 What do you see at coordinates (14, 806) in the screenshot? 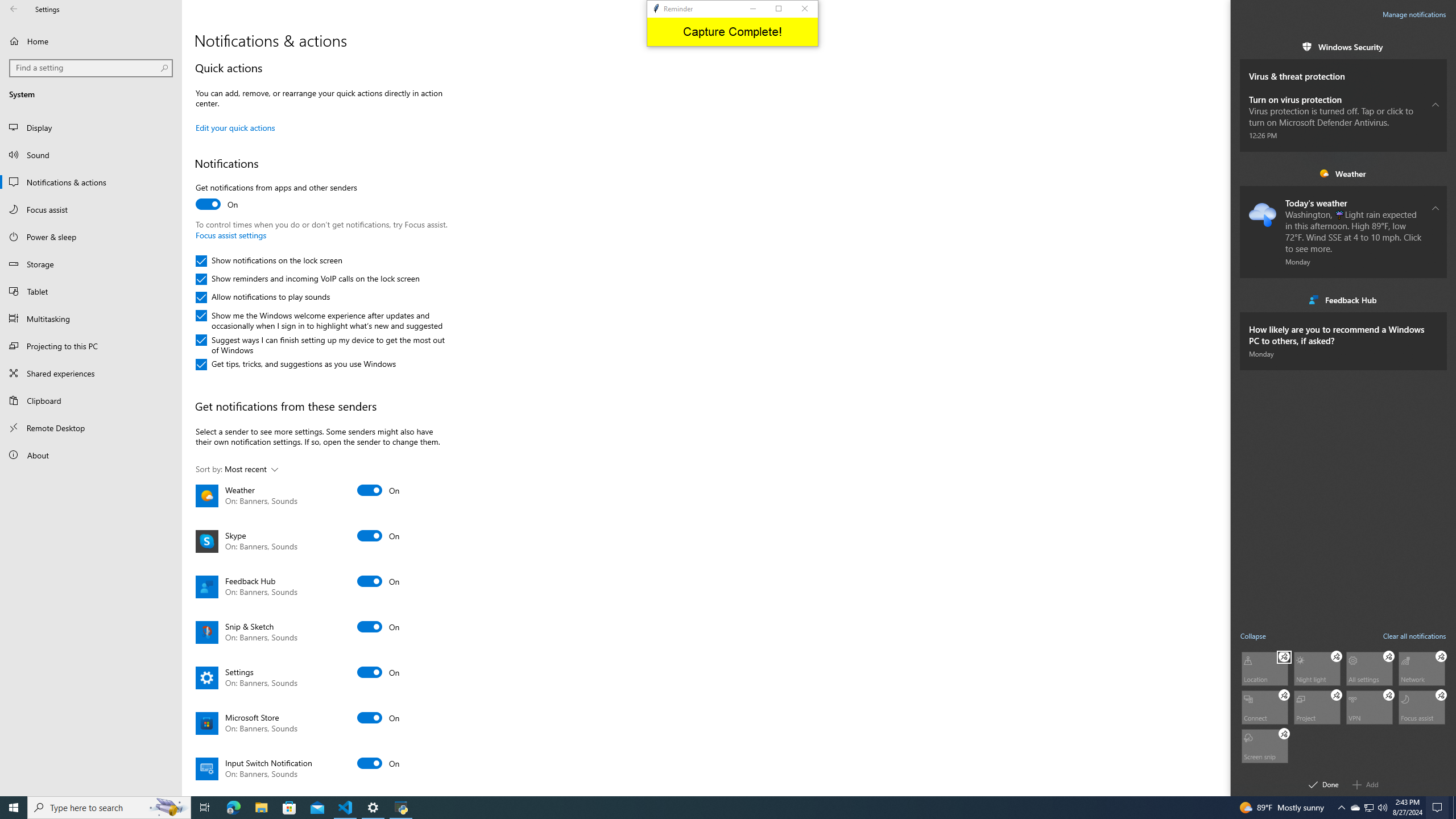
I see `'Start'` at bounding box center [14, 806].